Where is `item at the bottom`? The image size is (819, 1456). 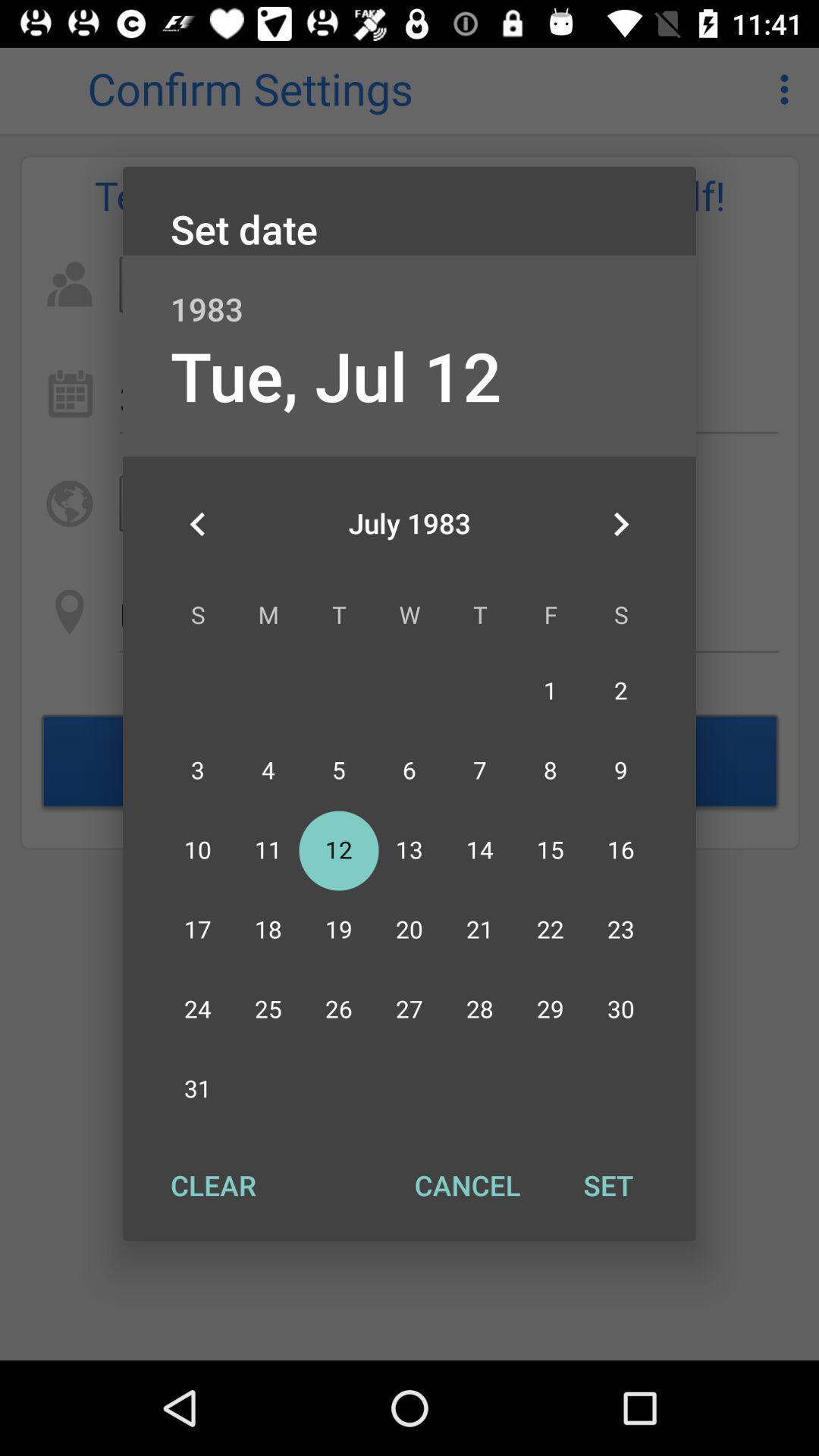 item at the bottom is located at coordinates (466, 1185).